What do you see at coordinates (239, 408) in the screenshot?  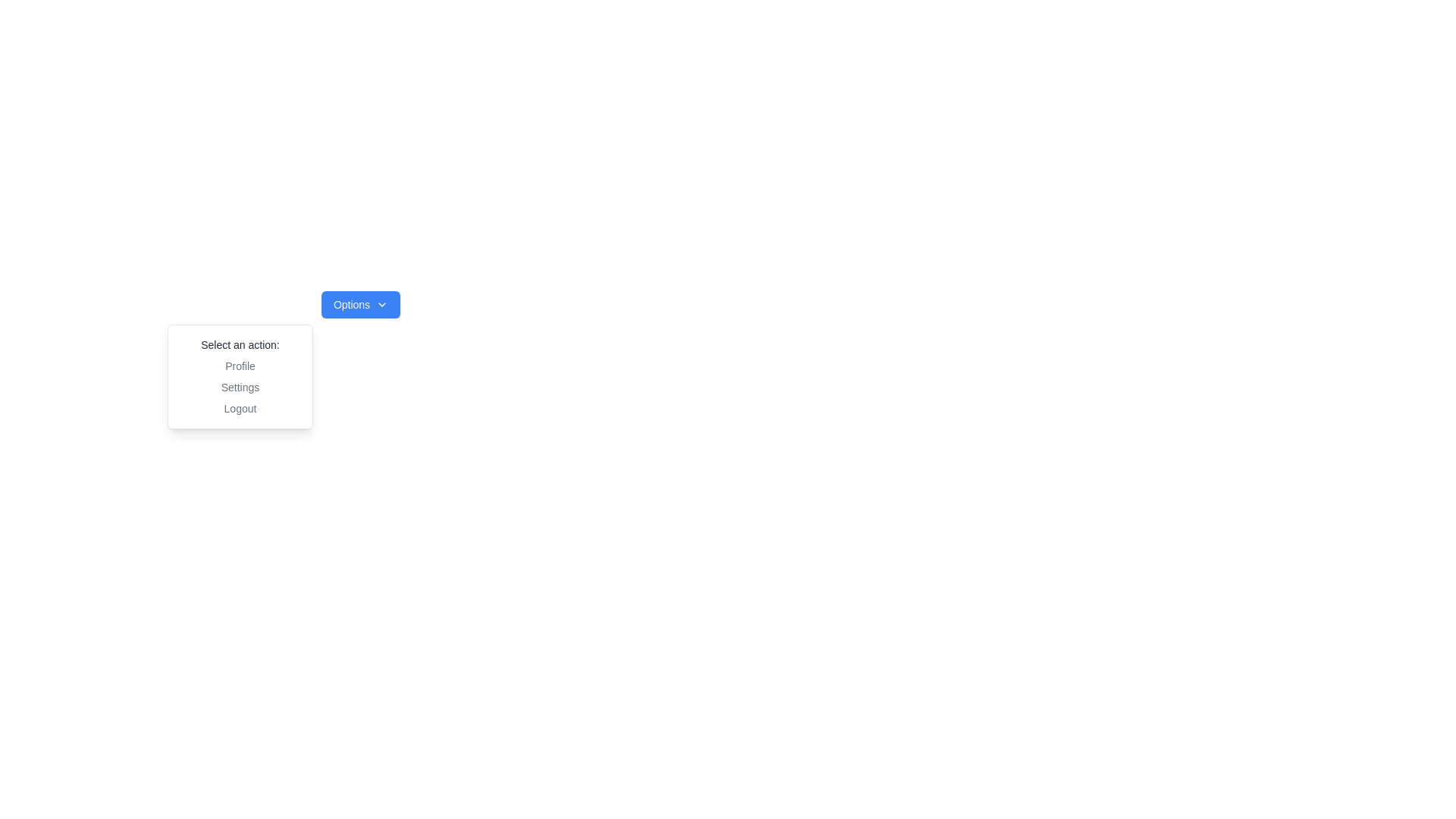 I see `the 'Logout' button, which is a text-based button displayed in medium gray color, located at the bottom of a vertical list in the context menu` at bounding box center [239, 408].